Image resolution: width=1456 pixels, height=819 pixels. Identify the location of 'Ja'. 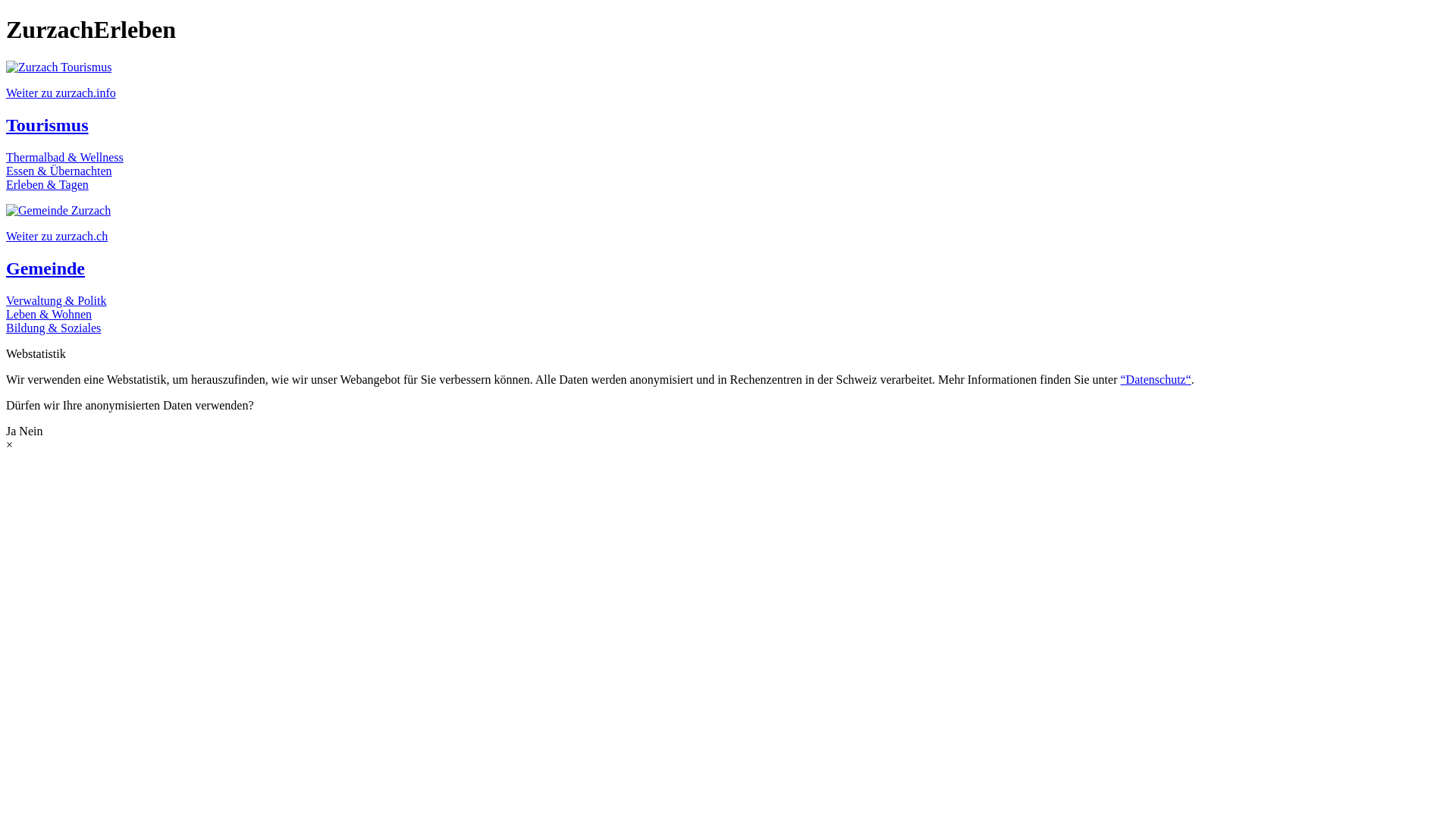
(11, 431).